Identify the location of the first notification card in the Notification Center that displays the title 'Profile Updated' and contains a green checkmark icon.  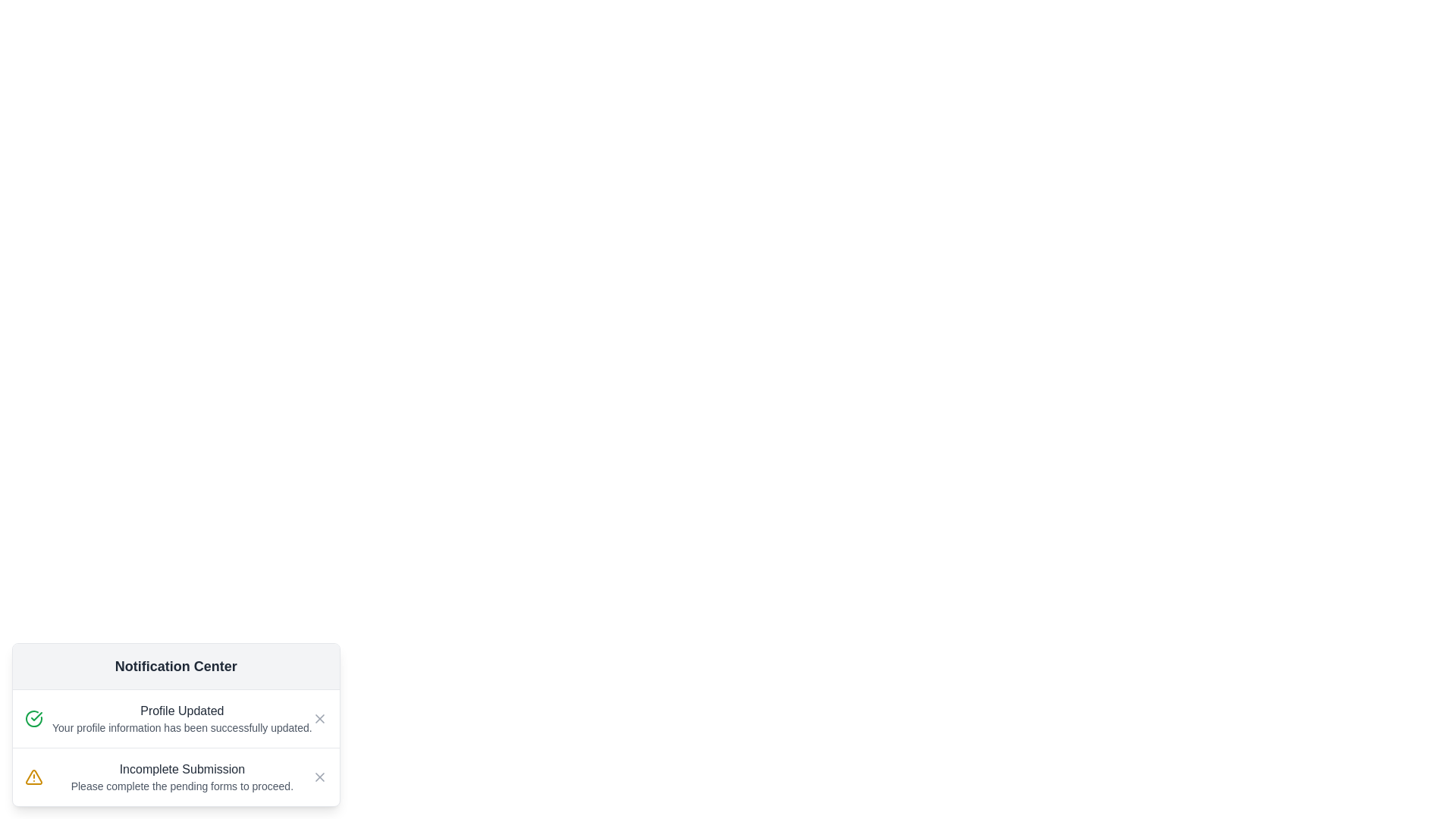
(176, 718).